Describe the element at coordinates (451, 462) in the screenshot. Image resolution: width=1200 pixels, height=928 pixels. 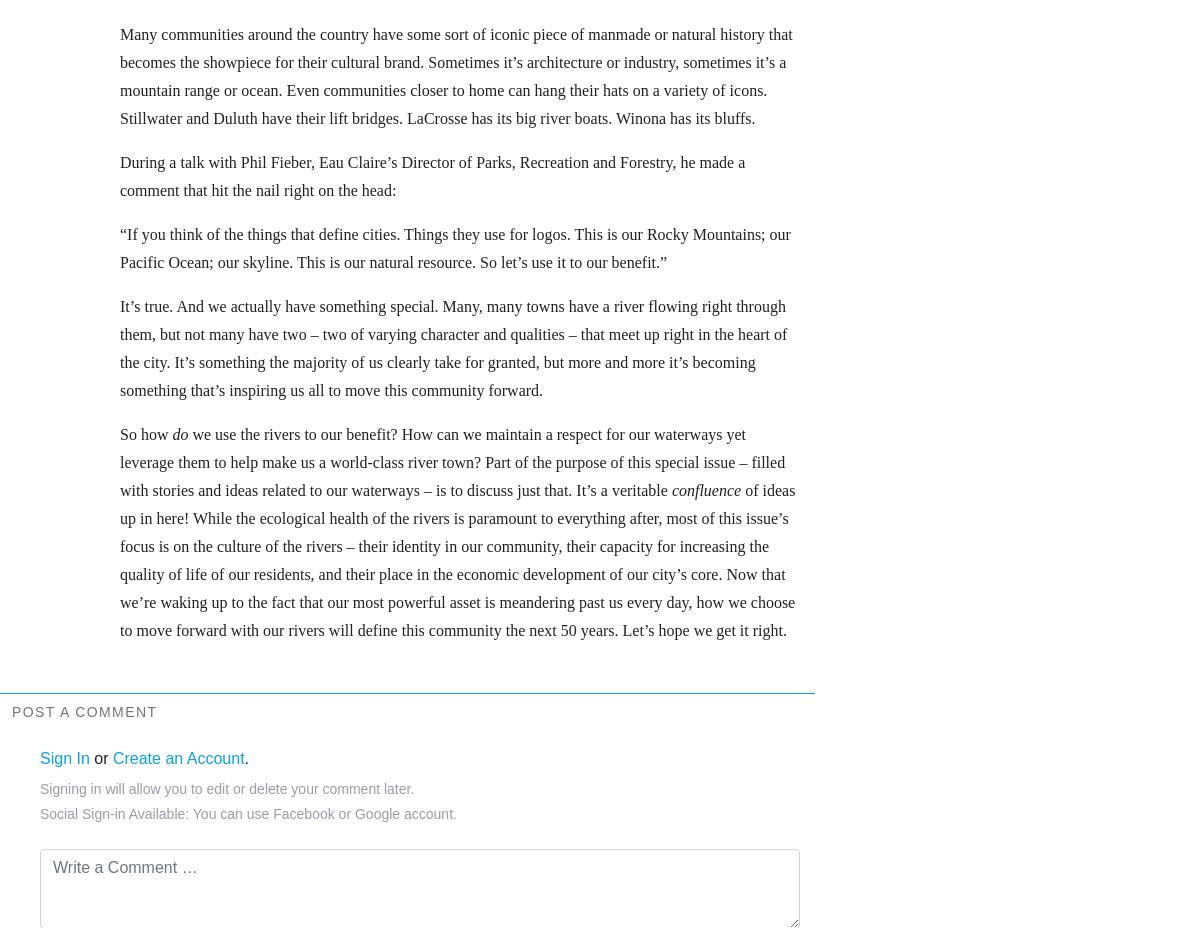
I see `'we use the rivers to our benefit? How can we maintain a respect for our waterways yet leverage them to help make us a world-class river town? Part of the purpose of this special issue – filled with stories and ideas related to our waterways – is to discuss just that. It’s a veritable'` at that location.